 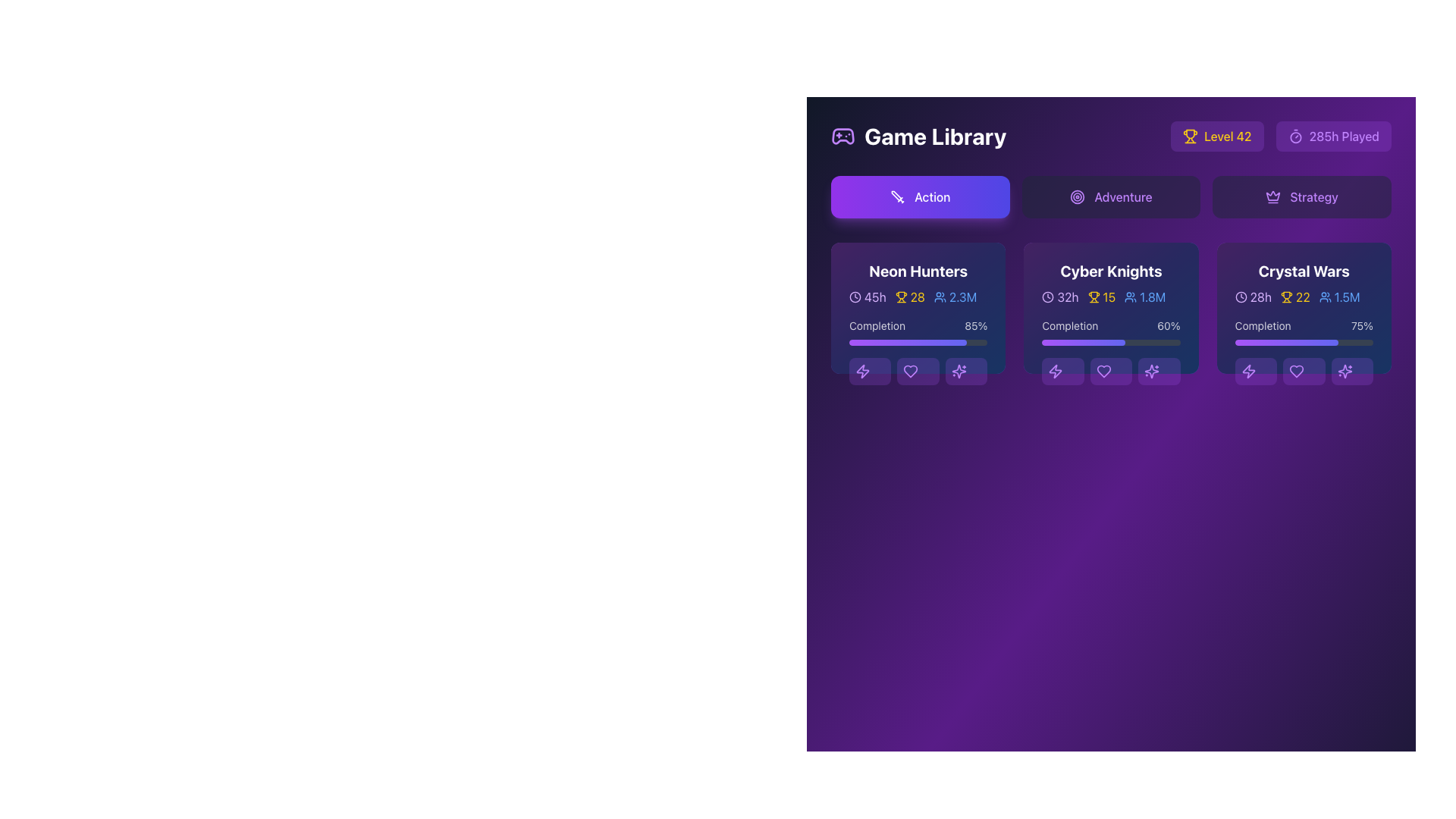 I want to click on the rightmost button in the row of three buttons located beneath the 'Cyber Knights' card, so click(x=1158, y=371).